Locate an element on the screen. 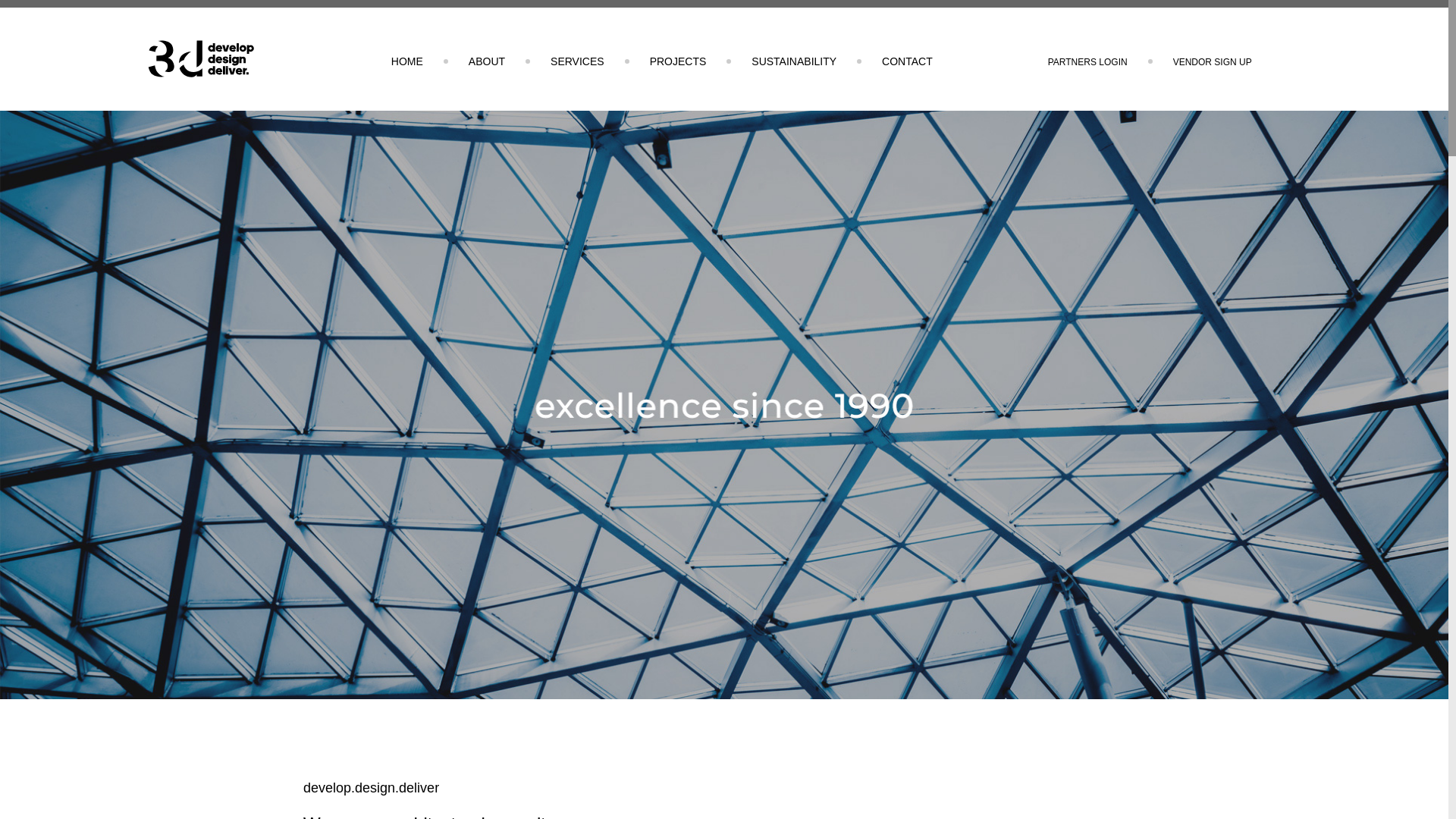 The height and width of the screenshot is (819, 1456). 'SERVICES' is located at coordinates (549, 61).